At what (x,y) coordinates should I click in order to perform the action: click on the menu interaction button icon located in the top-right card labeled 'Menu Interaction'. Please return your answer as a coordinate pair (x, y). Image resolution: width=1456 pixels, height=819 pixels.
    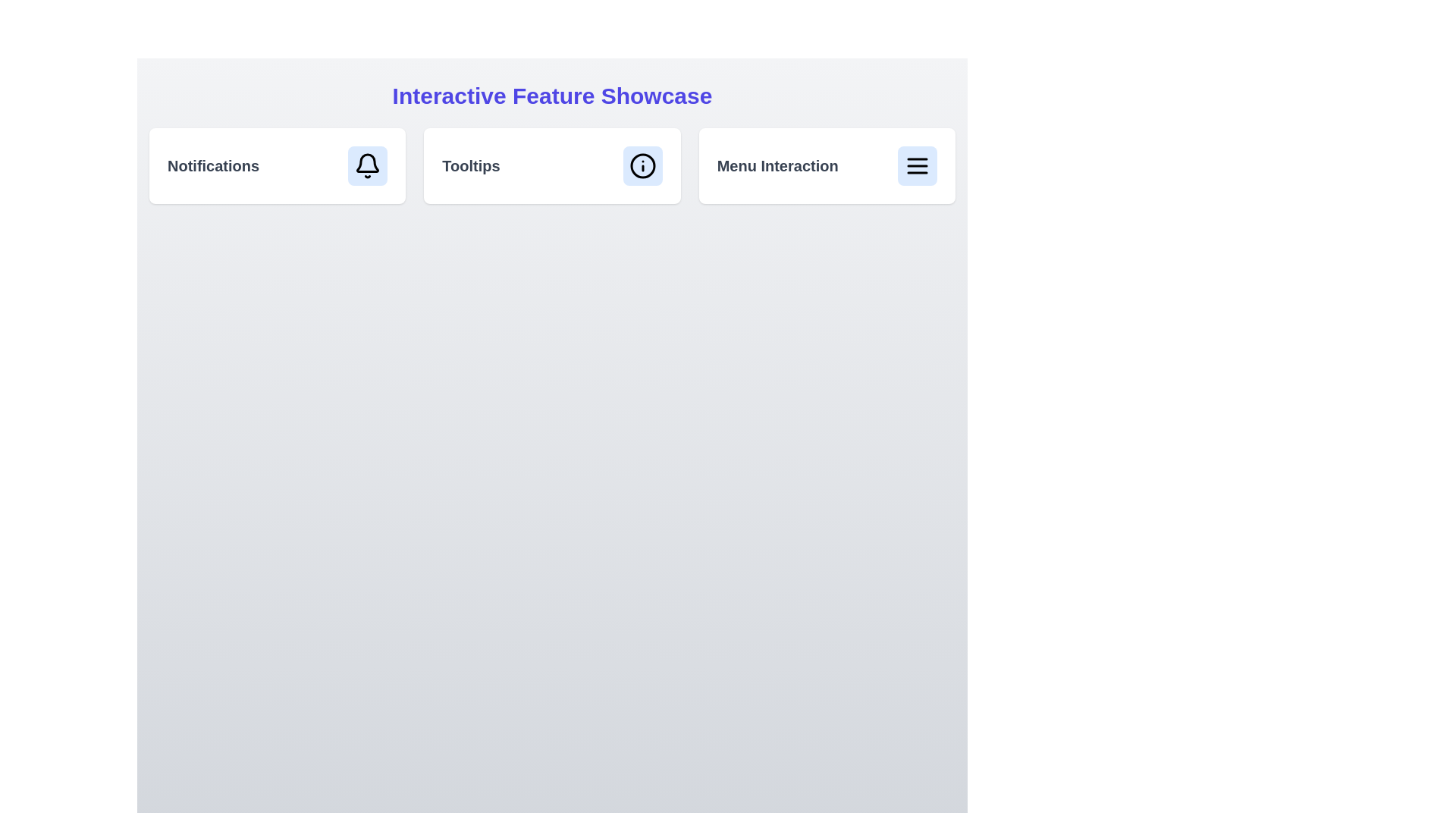
    Looking at the image, I should click on (916, 166).